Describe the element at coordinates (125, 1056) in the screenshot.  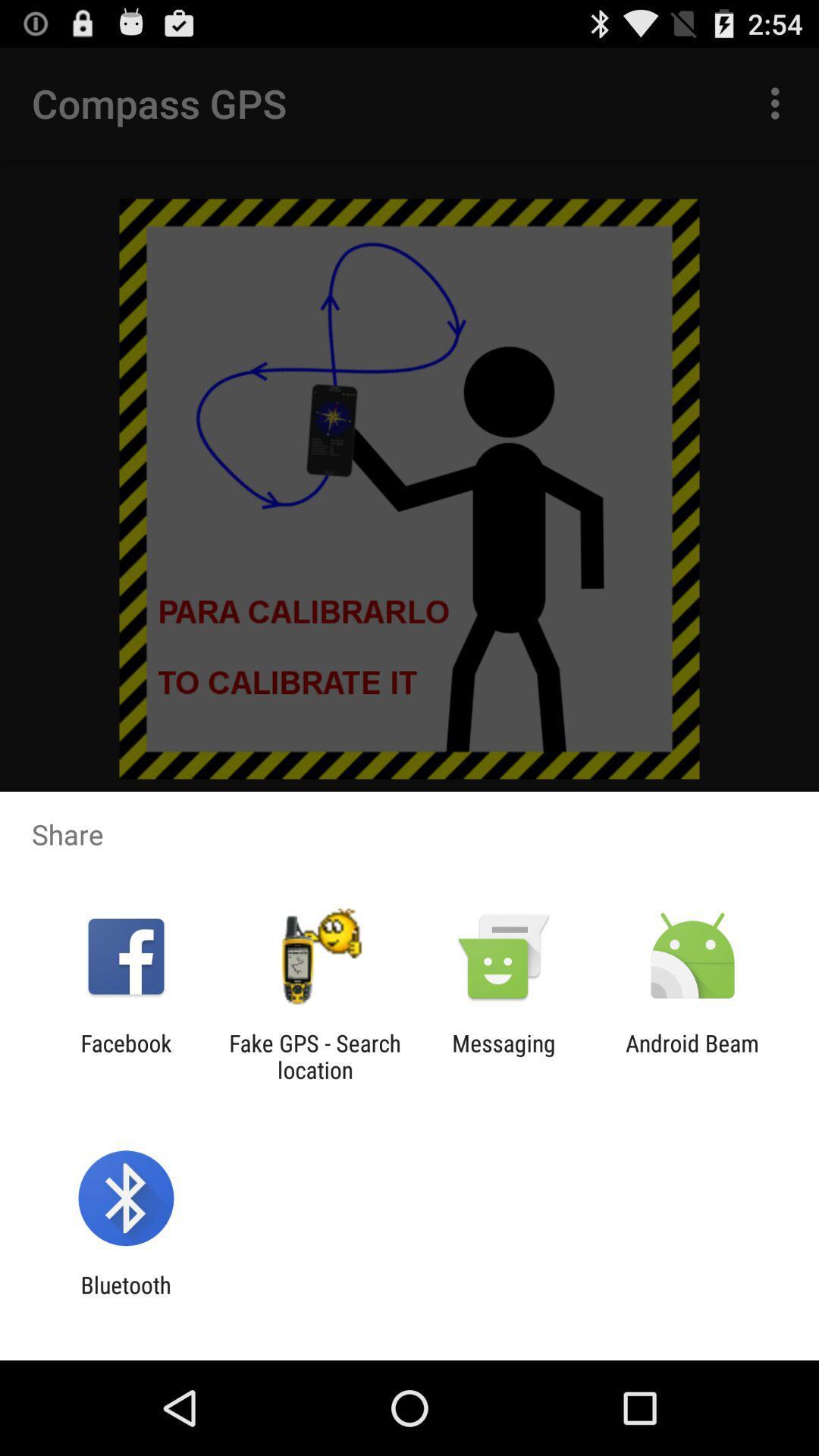
I see `the app to the left of fake gps search` at that location.